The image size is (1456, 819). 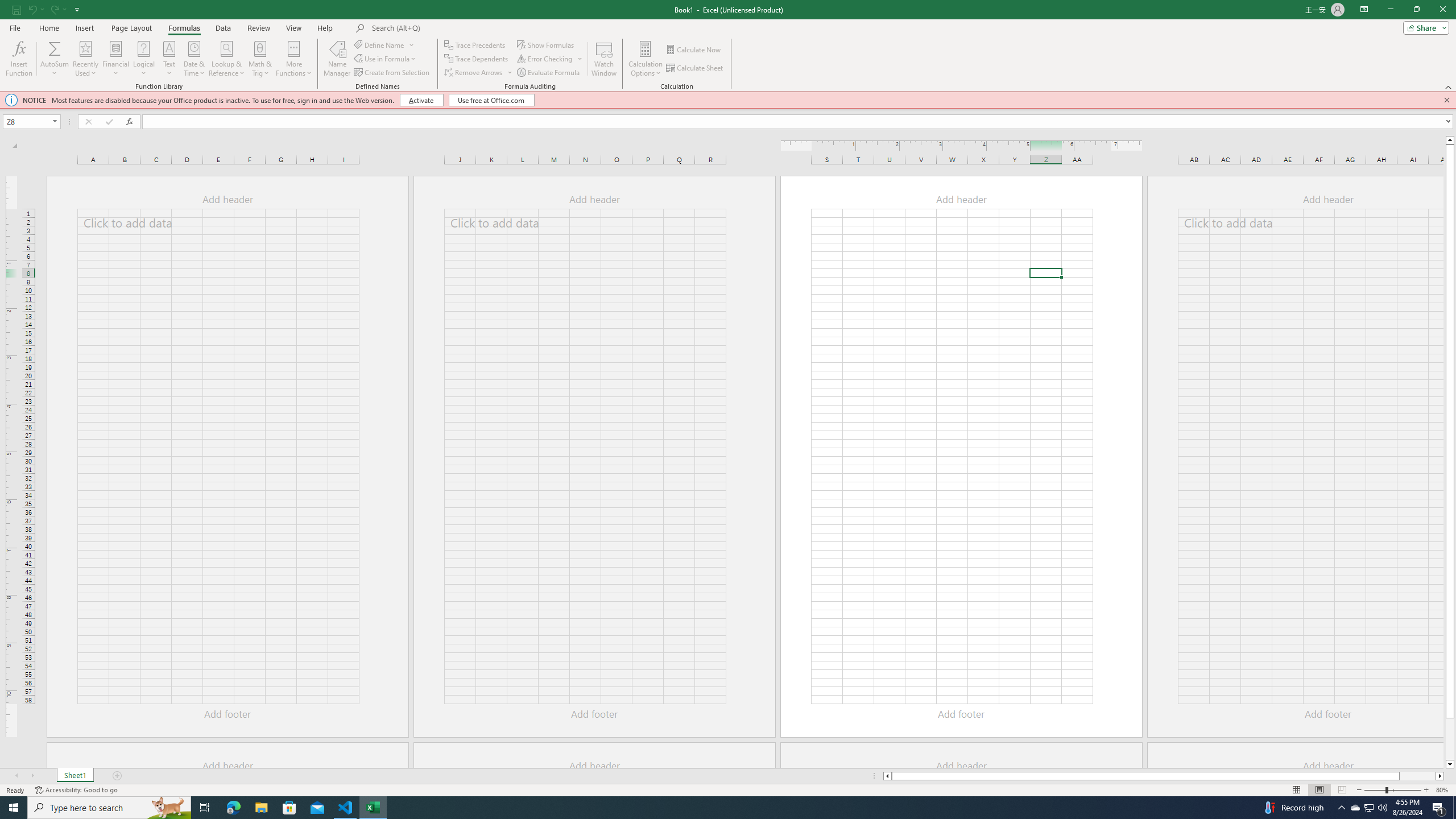 What do you see at coordinates (336, 59) in the screenshot?
I see `'Name Manager'` at bounding box center [336, 59].